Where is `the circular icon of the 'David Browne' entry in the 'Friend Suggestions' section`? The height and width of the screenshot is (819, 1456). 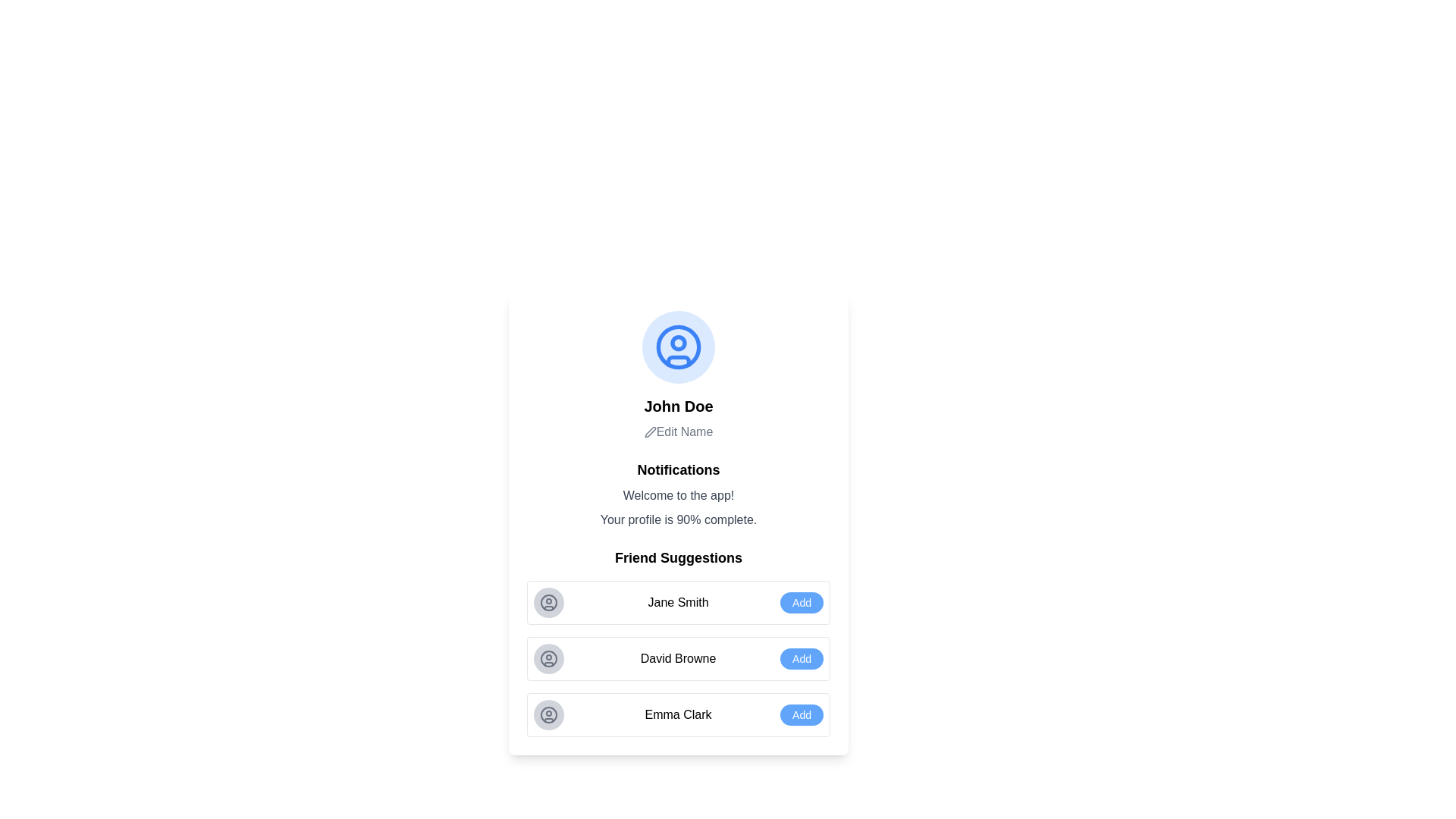
the circular icon of the 'David Browne' entry in the 'Friend Suggestions' section is located at coordinates (677, 657).